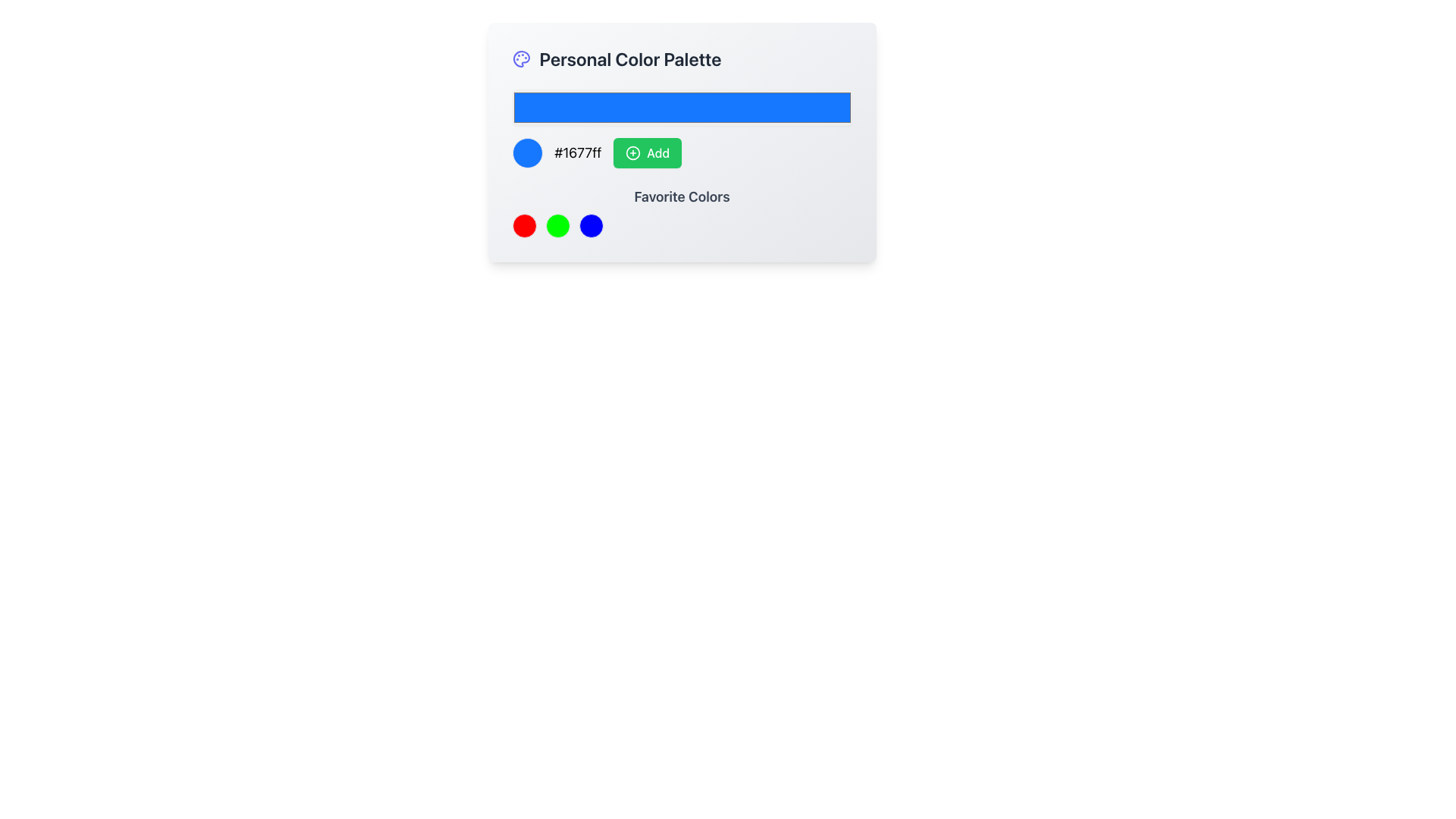 The height and width of the screenshot is (819, 1456). What do you see at coordinates (590, 225) in the screenshot?
I see `the third circular Color indicator button below the 'Favorite Colors' section for selection` at bounding box center [590, 225].